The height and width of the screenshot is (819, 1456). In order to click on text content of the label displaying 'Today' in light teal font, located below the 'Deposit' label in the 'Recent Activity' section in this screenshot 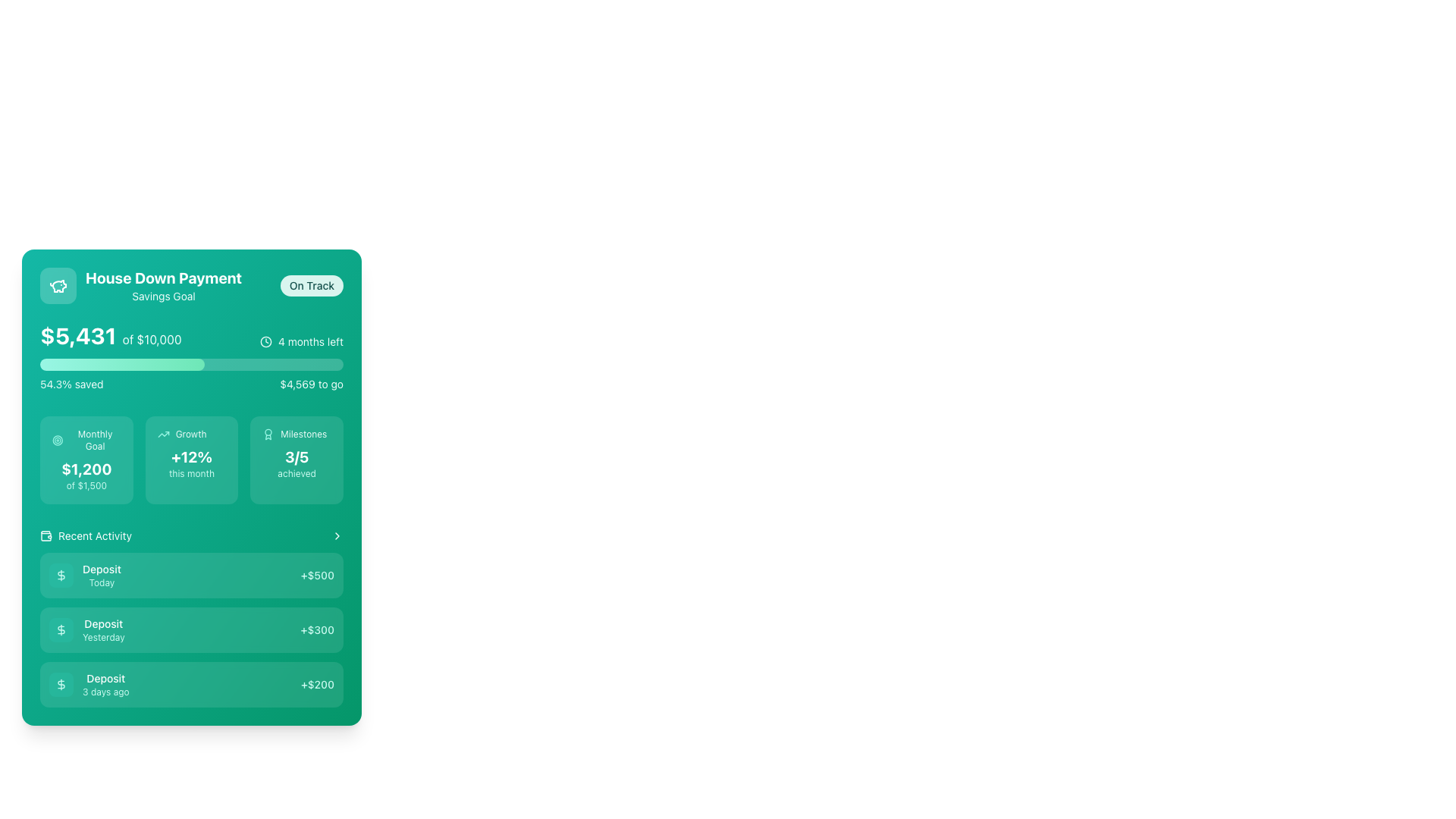, I will do `click(101, 582)`.